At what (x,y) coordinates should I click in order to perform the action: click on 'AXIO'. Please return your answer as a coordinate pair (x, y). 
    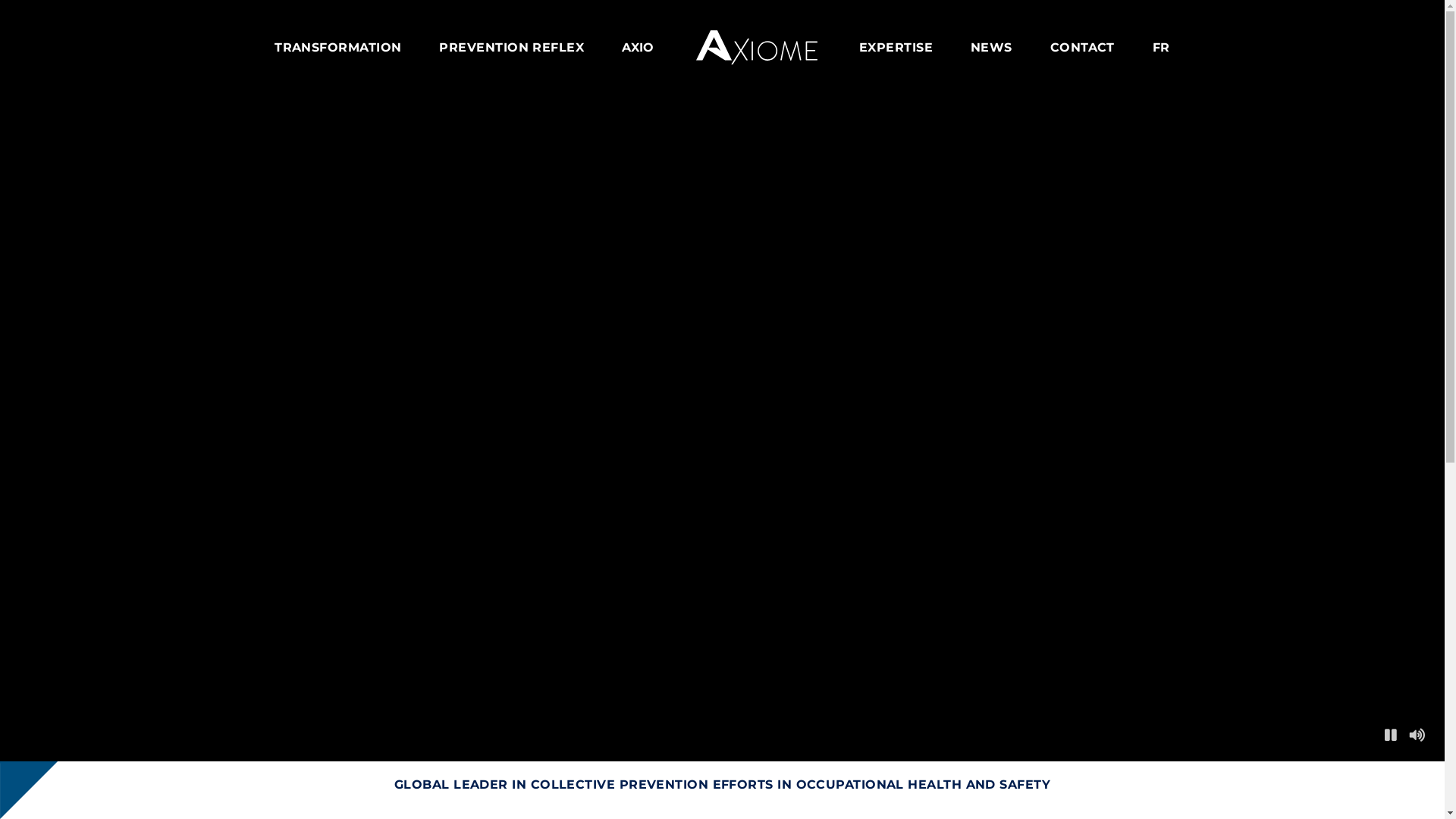
    Looking at the image, I should click on (638, 47).